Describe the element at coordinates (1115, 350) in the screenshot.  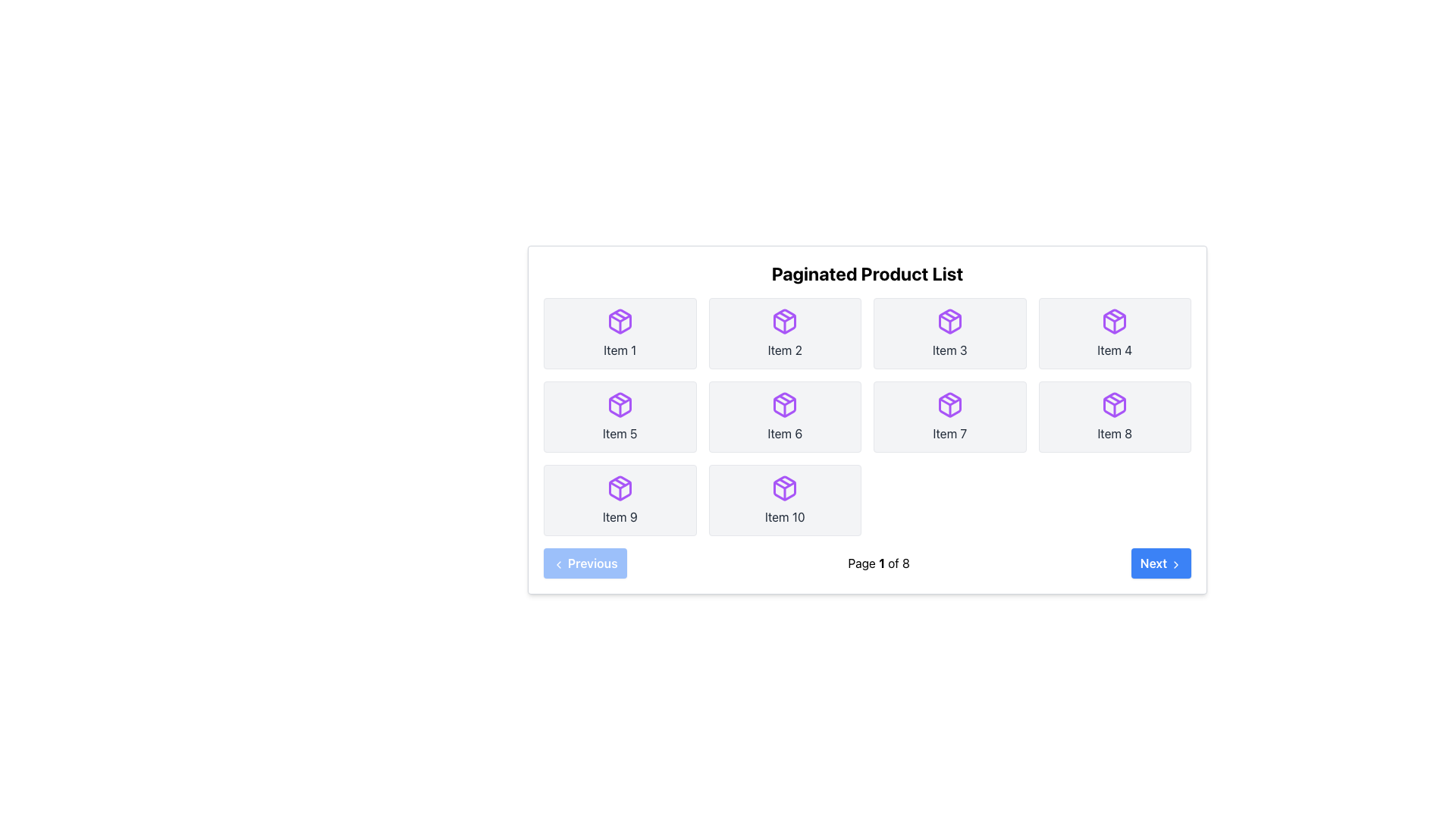
I see `the text label displaying 'Item 4' which is located in the fourth tile of the grid layout, within a rectangular card with rounded corners and a light gray background` at that location.